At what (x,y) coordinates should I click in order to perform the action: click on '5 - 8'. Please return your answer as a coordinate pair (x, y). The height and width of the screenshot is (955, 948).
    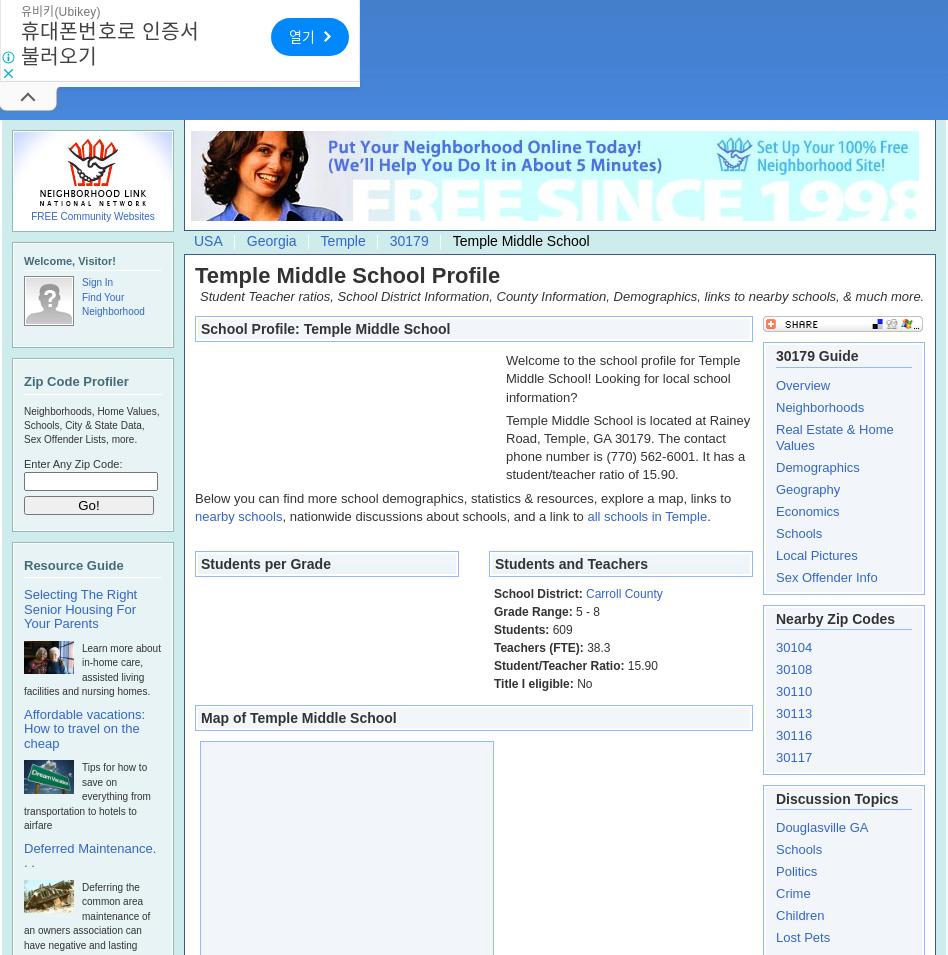
    Looking at the image, I should click on (585, 611).